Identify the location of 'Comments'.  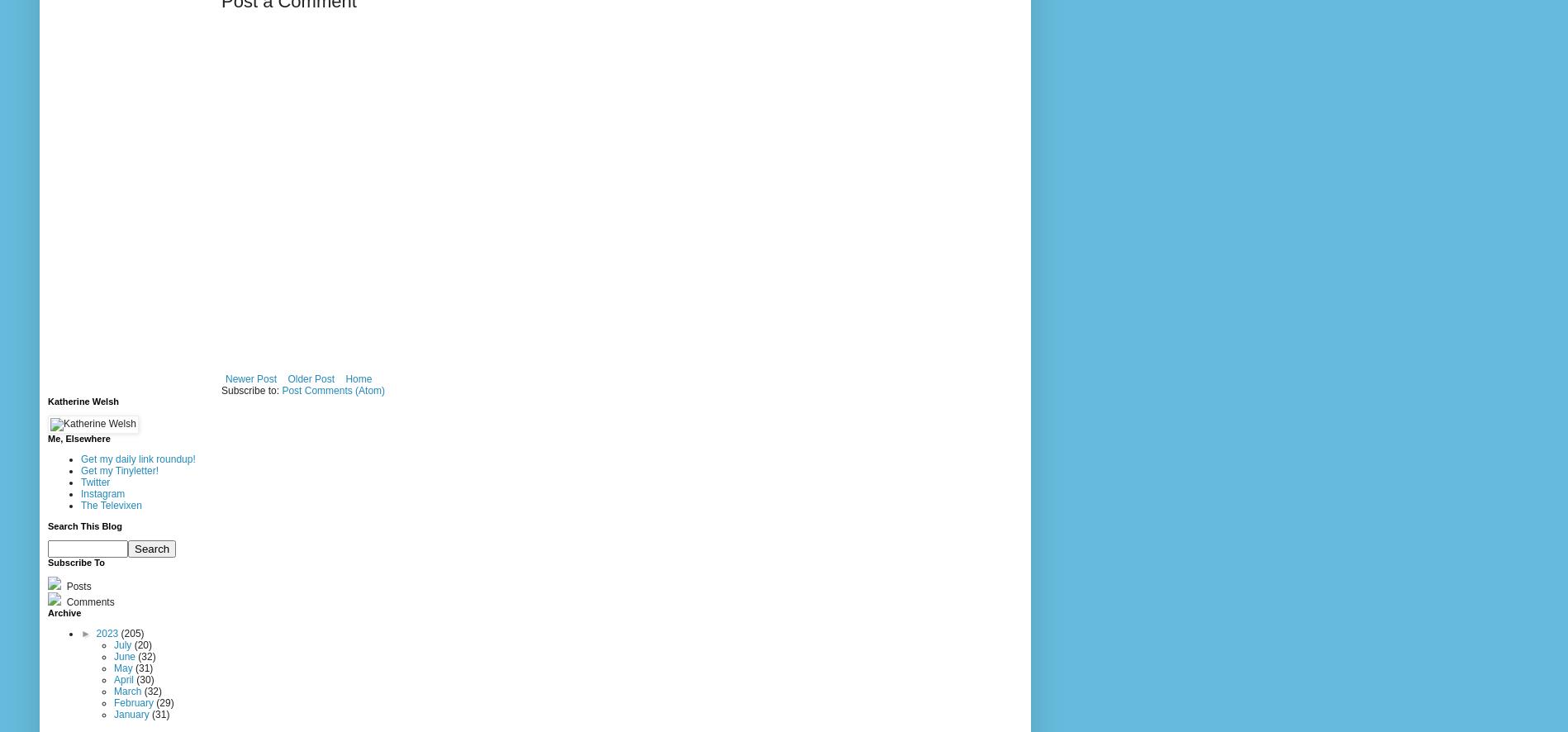
(88, 602).